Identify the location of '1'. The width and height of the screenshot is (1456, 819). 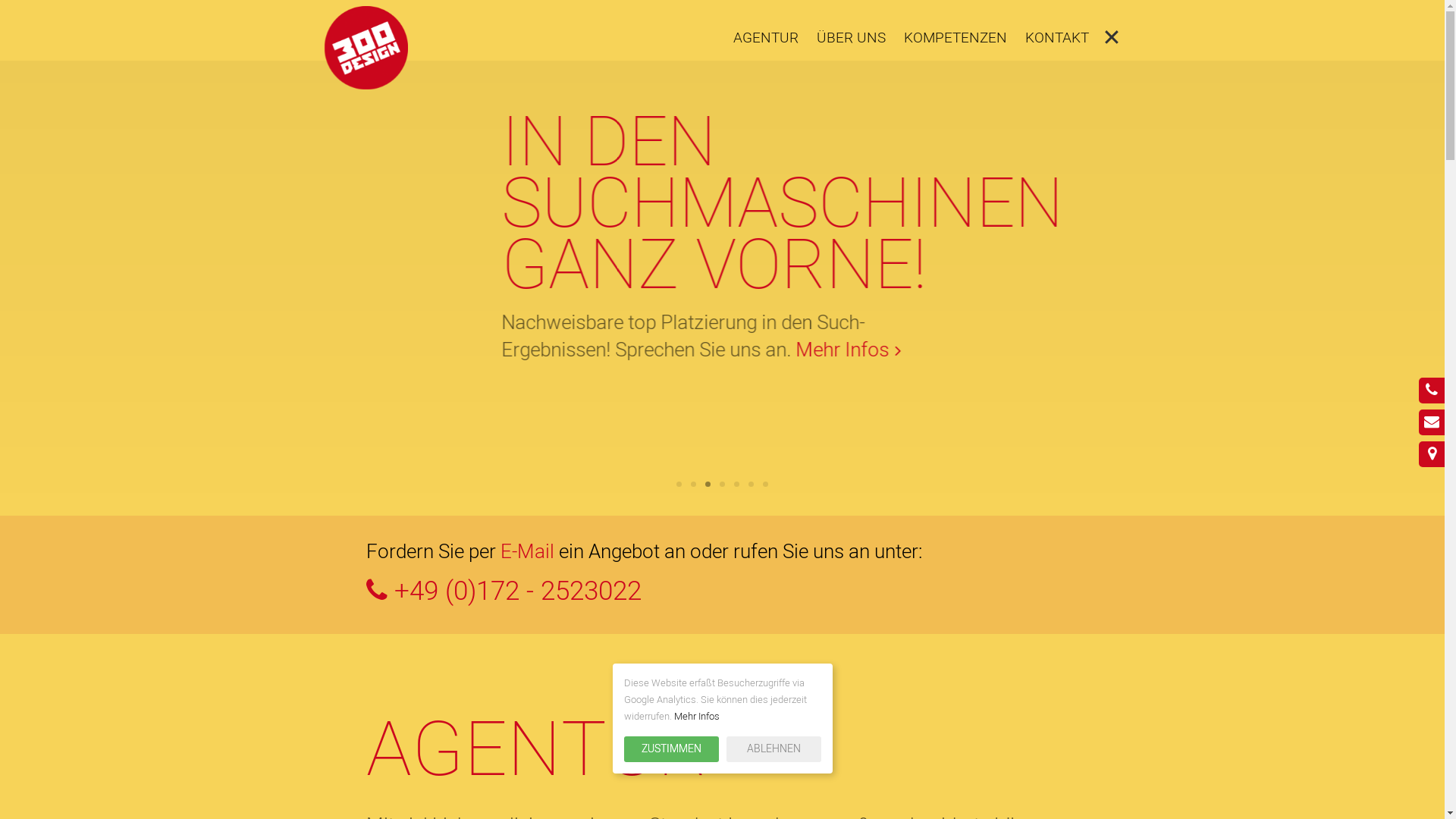
(678, 484).